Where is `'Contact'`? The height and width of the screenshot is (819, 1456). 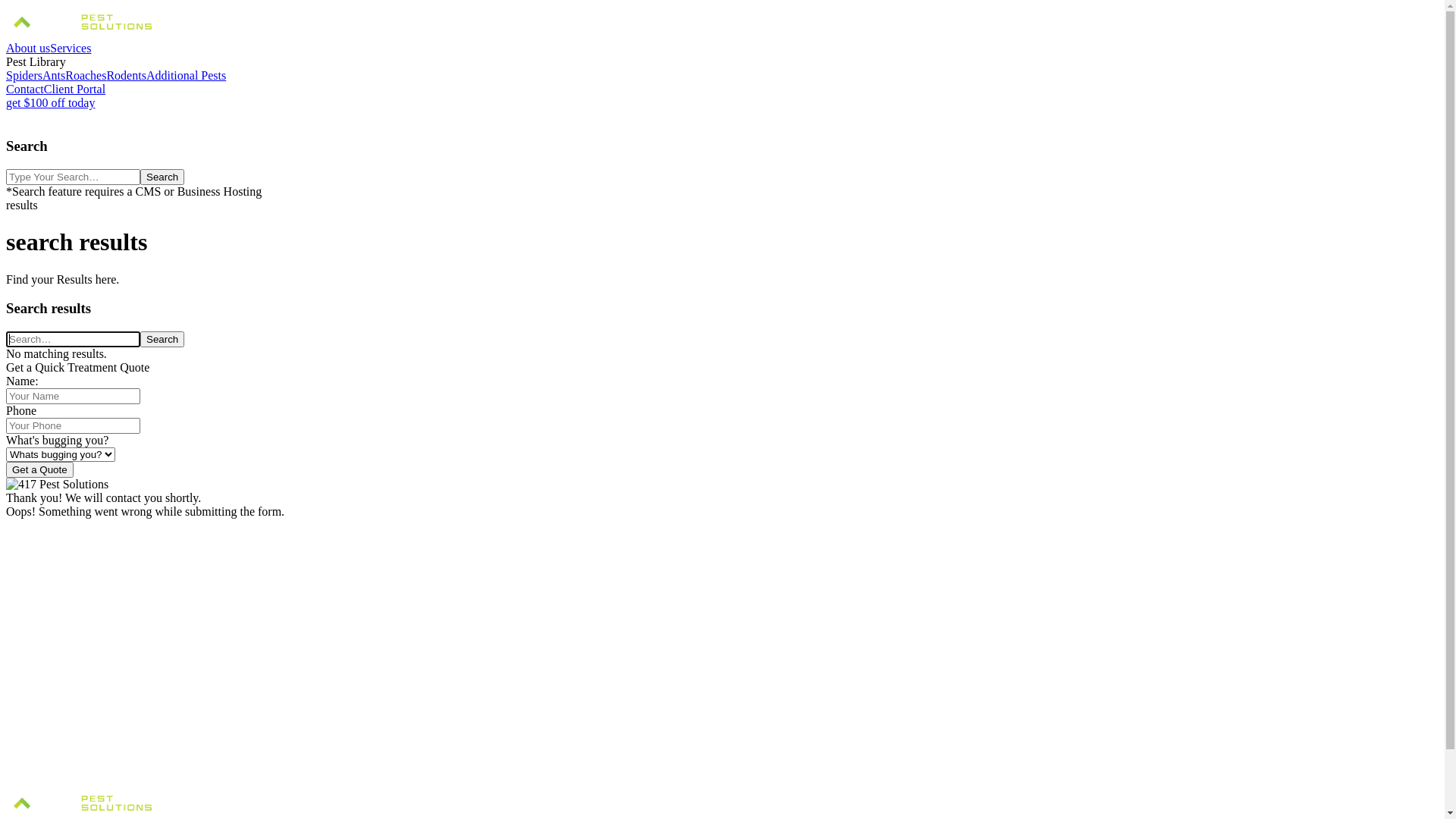 'Contact' is located at coordinates (25, 89).